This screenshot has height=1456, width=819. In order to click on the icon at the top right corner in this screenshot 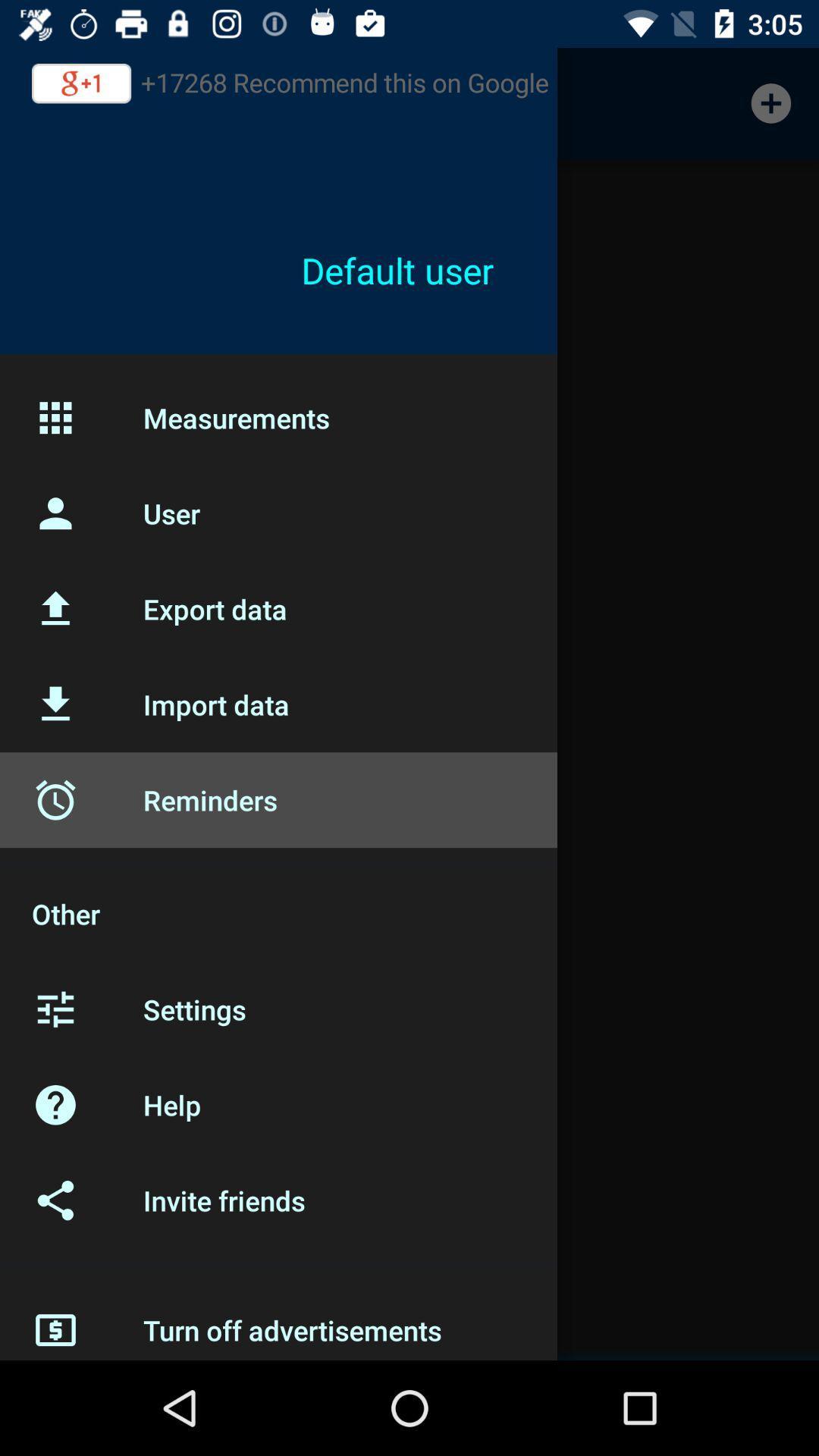, I will do `click(771, 103)`.